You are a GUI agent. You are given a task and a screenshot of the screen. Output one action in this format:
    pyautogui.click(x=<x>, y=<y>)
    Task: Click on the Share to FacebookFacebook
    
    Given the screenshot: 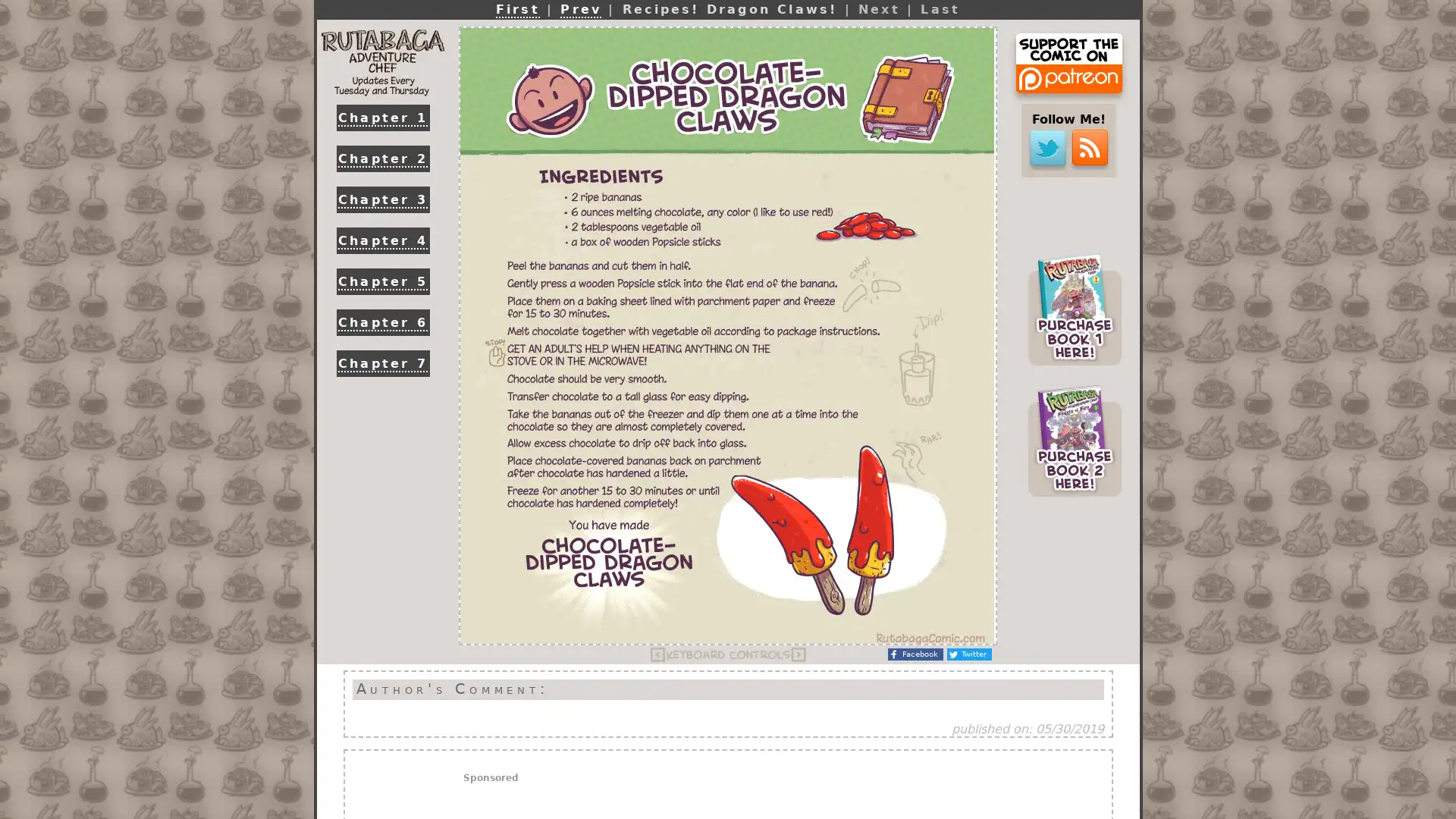 What is the action you would take?
    pyautogui.click(x=915, y=654)
    